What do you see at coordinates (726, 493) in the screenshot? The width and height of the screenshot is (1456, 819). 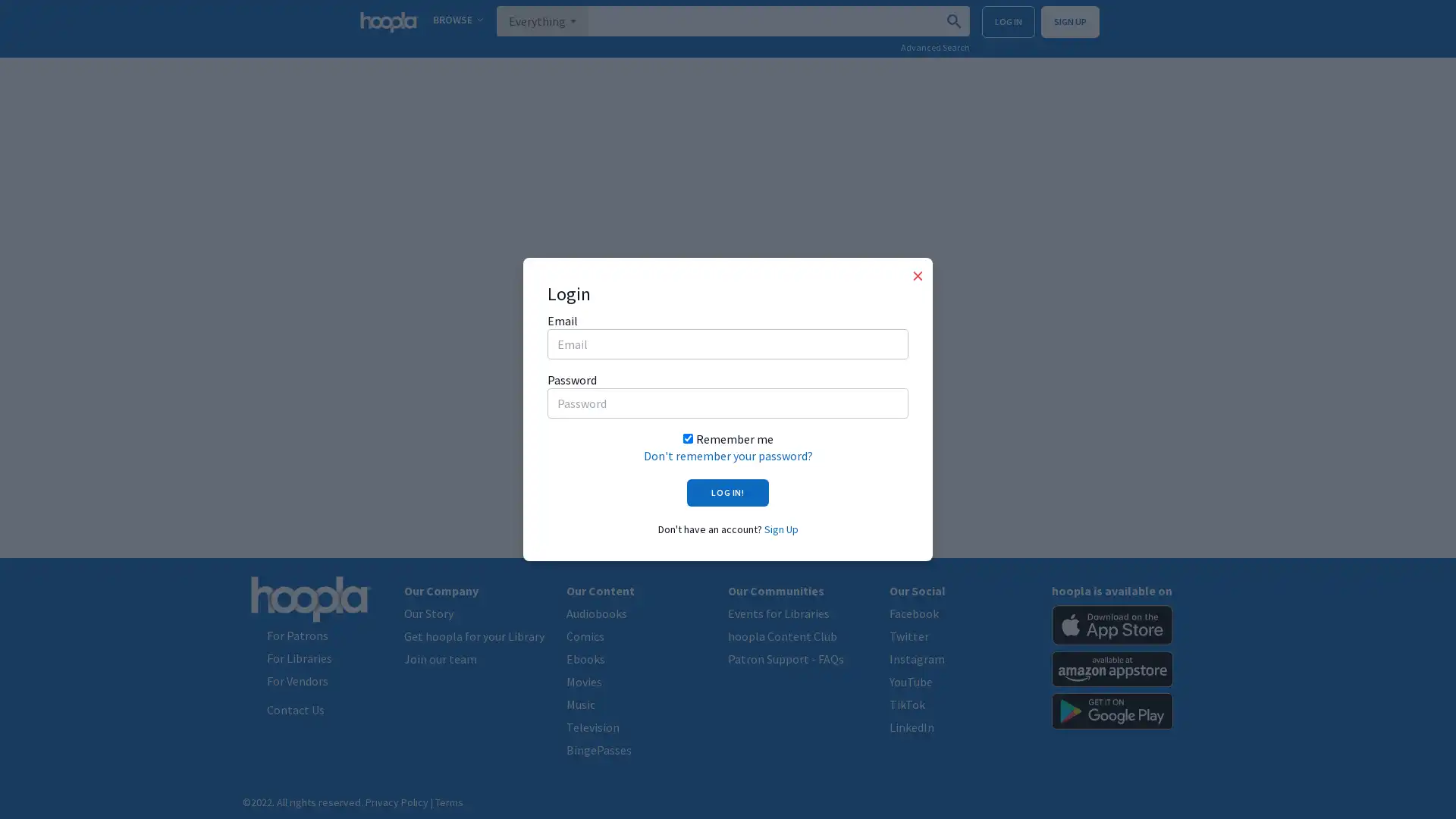 I see `LOG IN!` at bounding box center [726, 493].